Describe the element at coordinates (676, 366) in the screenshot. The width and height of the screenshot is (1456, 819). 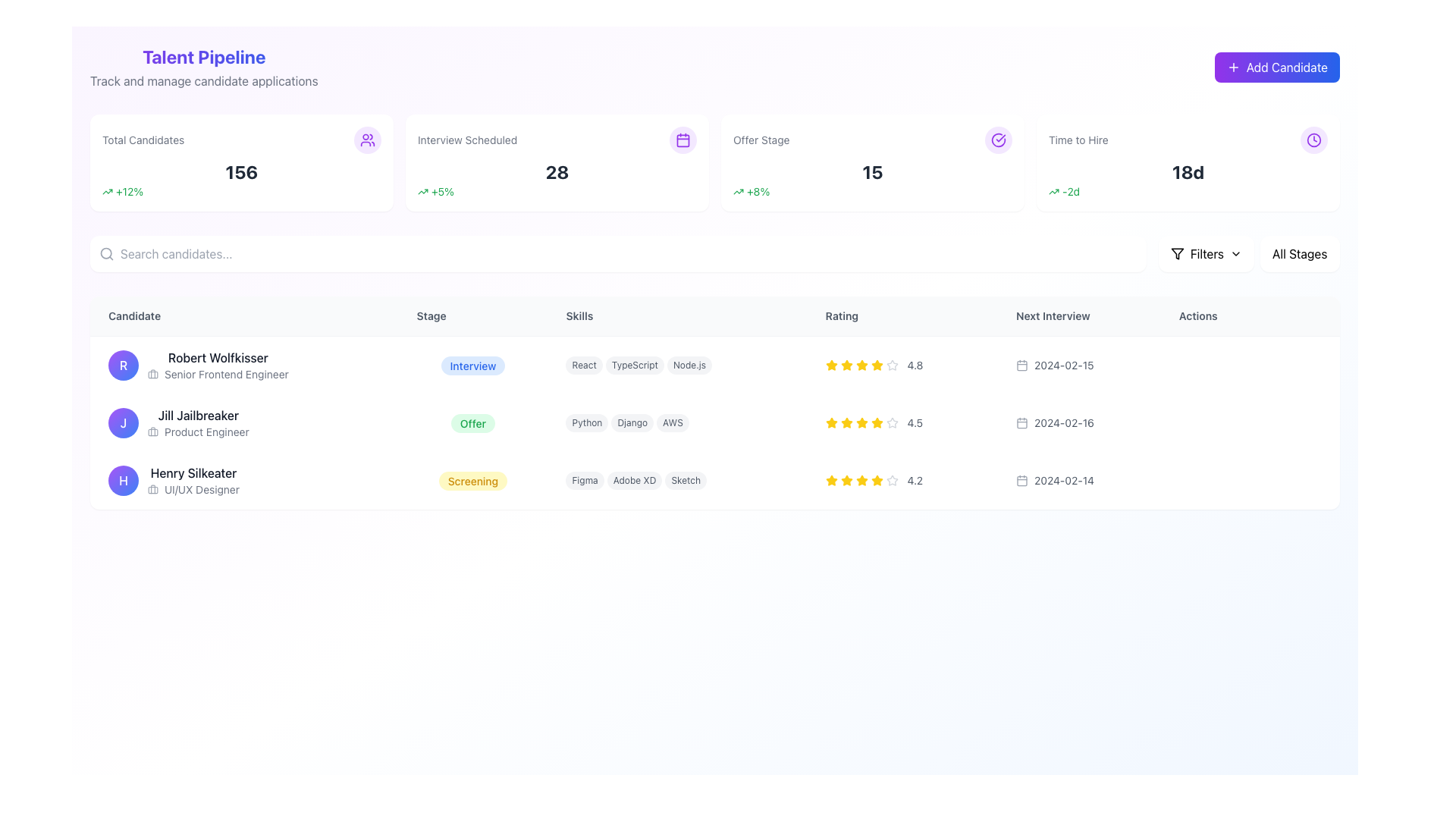
I see `the group of non-interactive badge components displaying the skills associated with candidate Robert Wolfkisser, located in the 'Skills' column of the main table` at that location.